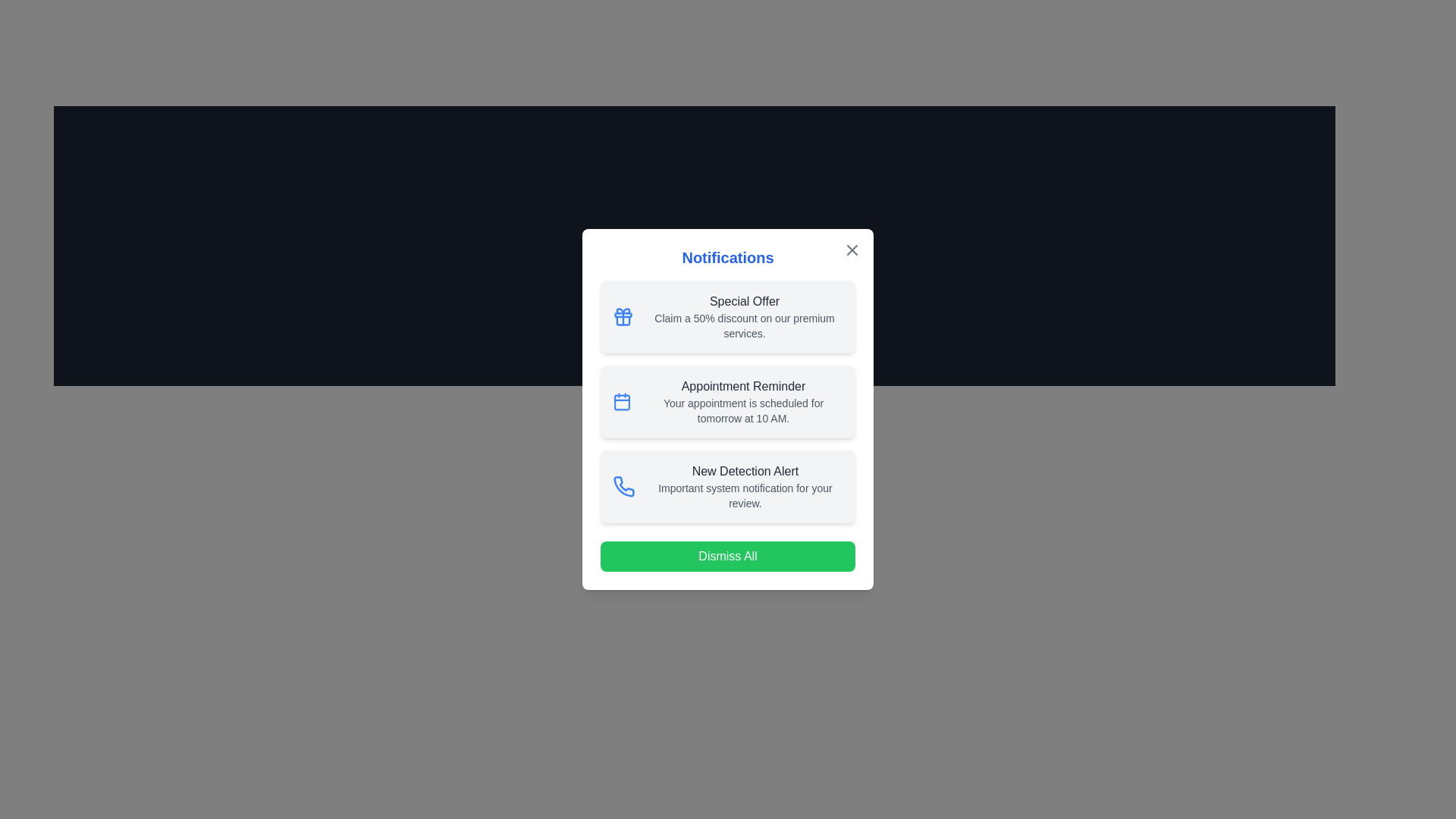 This screenshot has width=1456, height=819. I want to click on the Decorative bar within the gift icon that is styled with a blue hue, located to the left of the 'Special Offer' notification card, so click(623, 314).